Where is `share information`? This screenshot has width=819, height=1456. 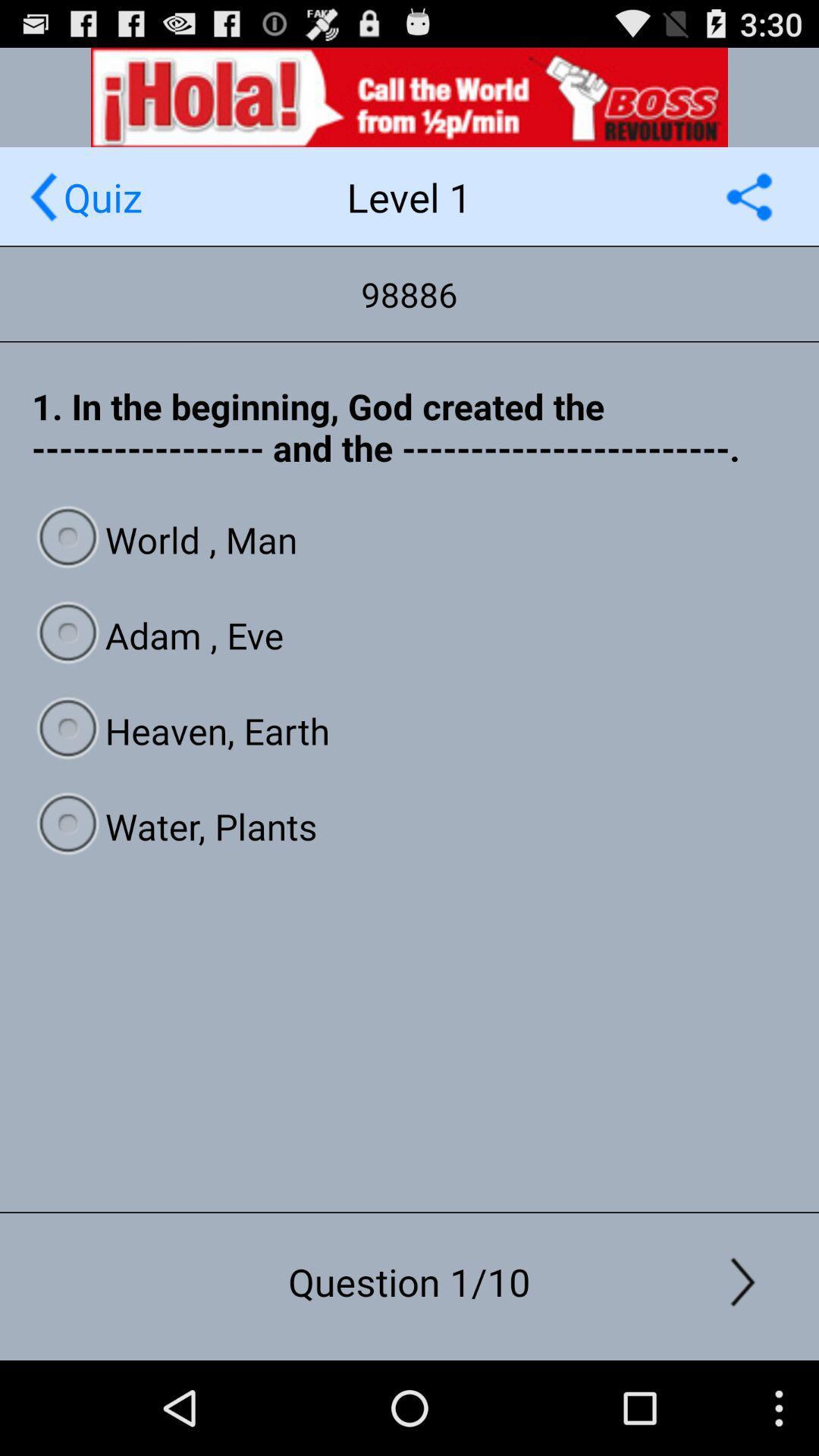 share information is located at coordinates (748, 196).